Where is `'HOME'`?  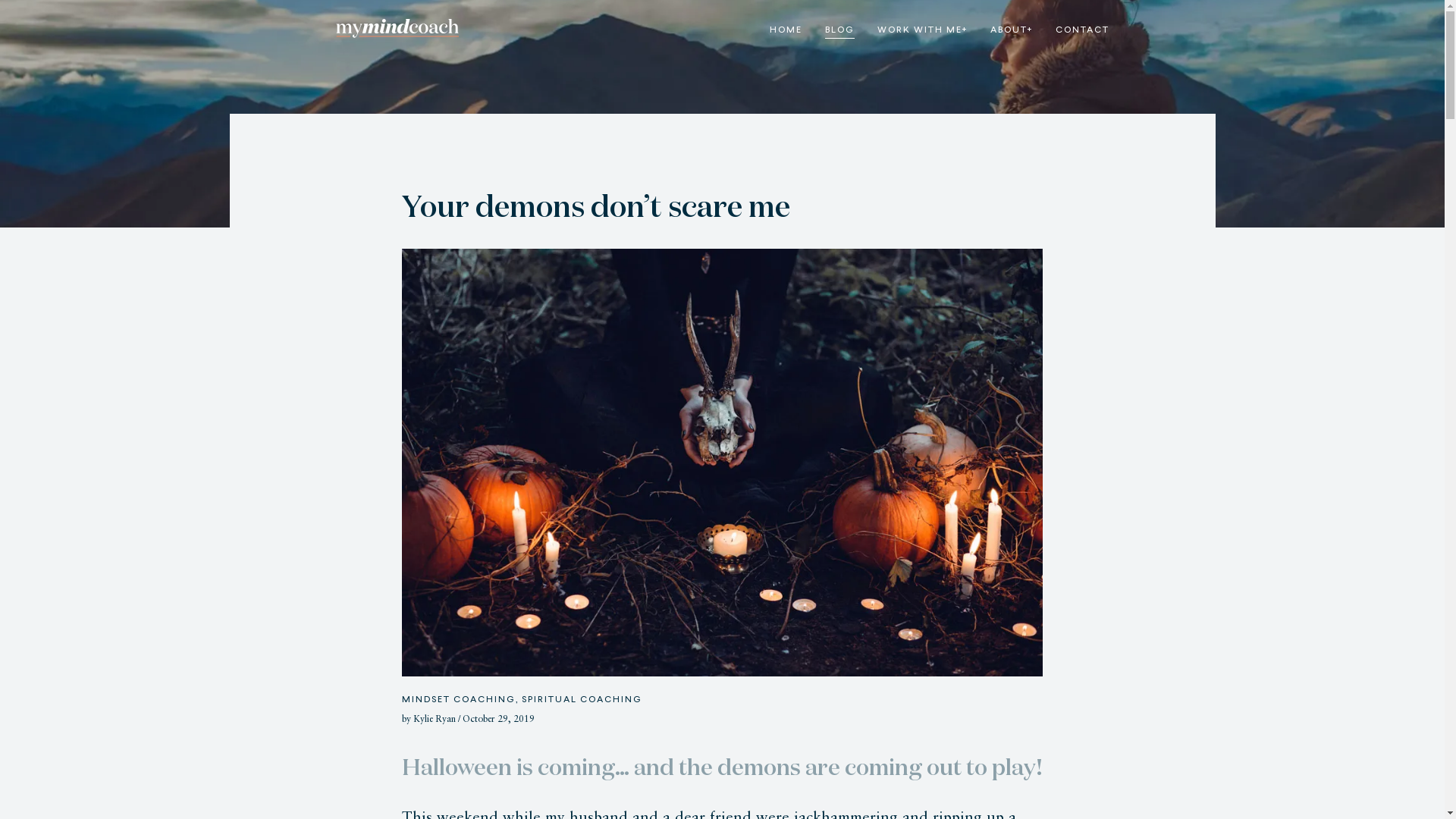 'HOME' is located at coordinates (785, 30).